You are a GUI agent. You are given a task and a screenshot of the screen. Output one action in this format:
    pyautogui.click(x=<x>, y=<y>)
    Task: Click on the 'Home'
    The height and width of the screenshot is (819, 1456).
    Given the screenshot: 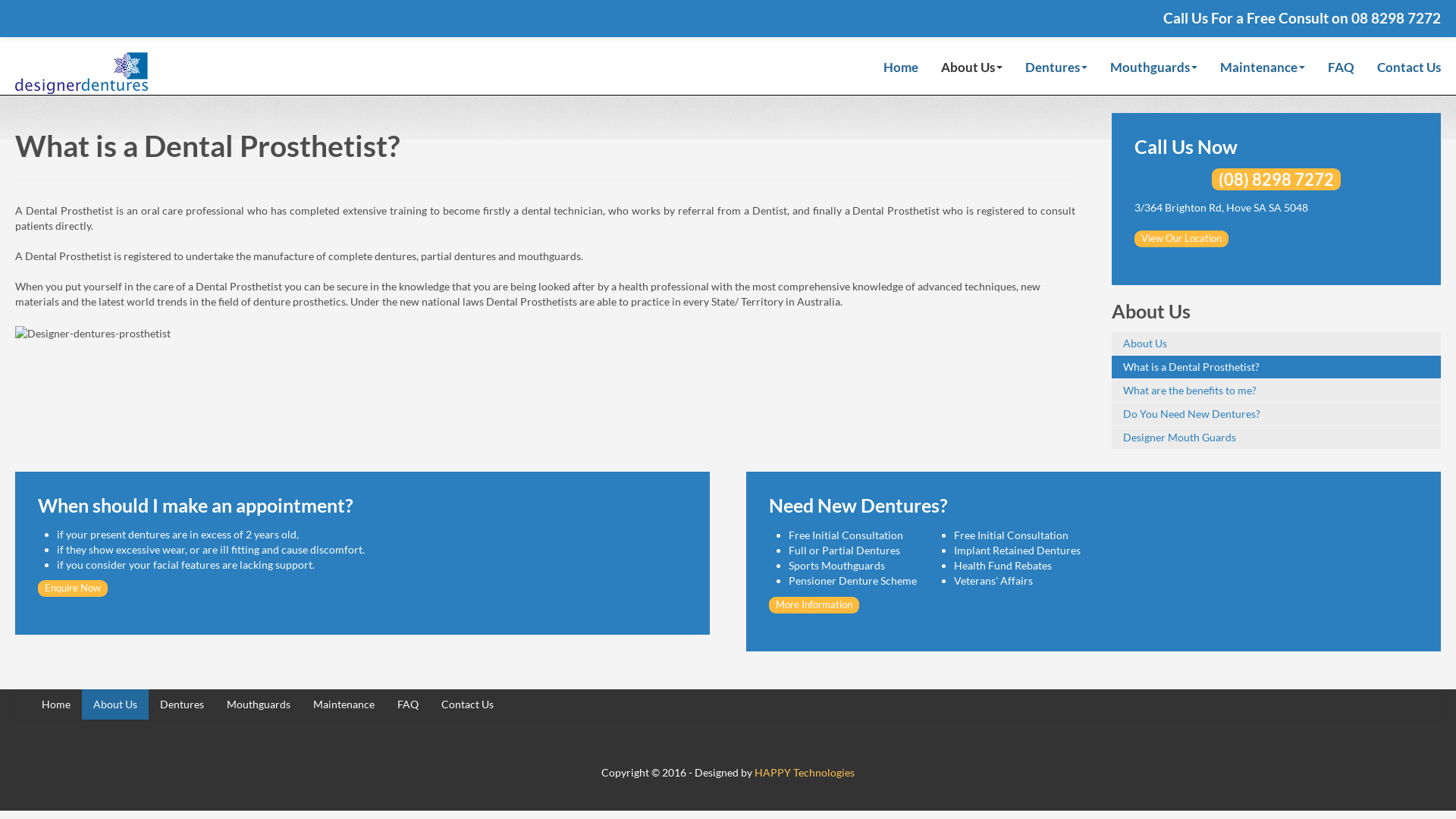 What is the action you would take?
    pyautogui.click(x=901, y=71)
    